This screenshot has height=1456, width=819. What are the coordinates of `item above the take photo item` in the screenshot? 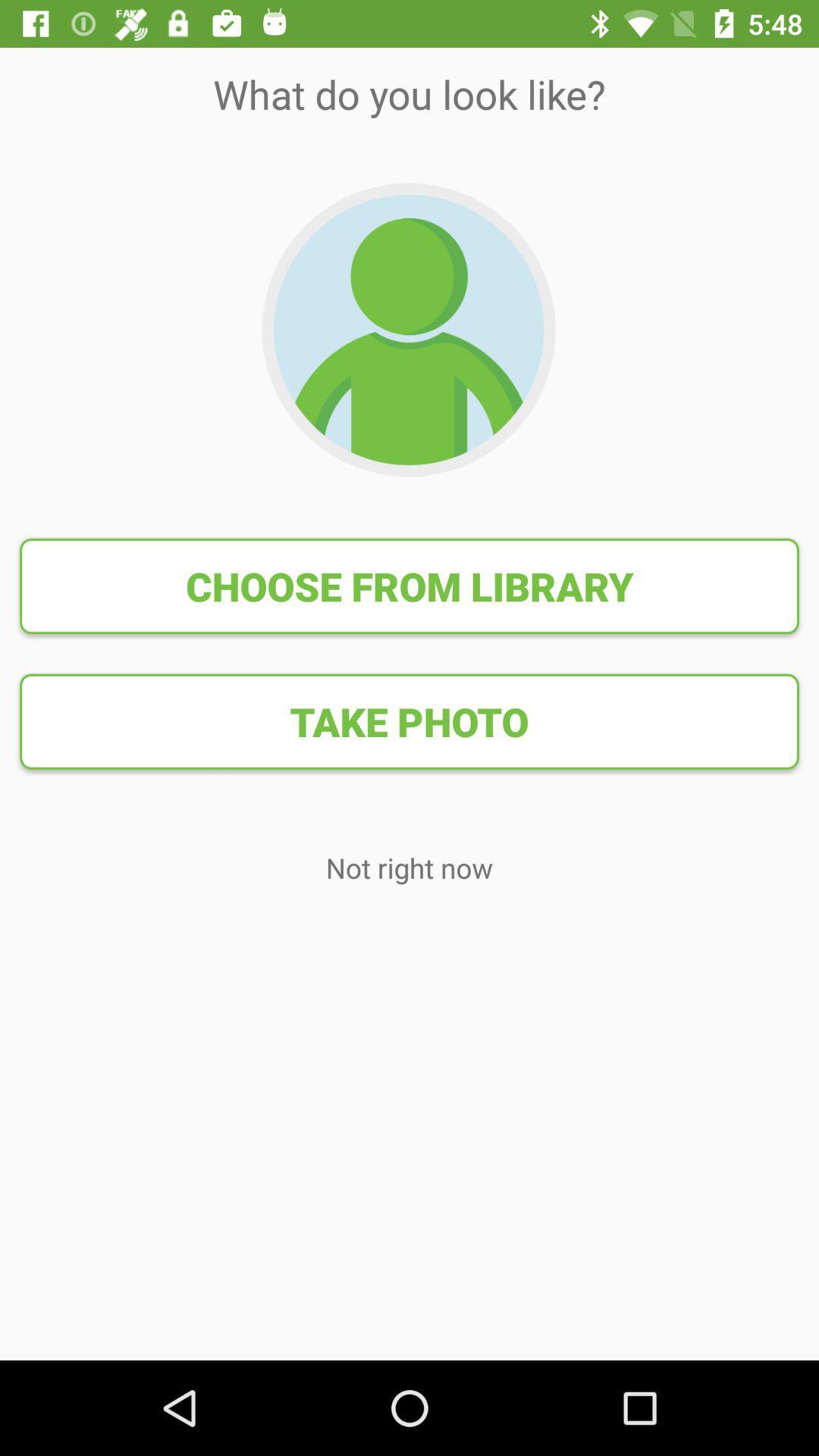 It's located at (409, 585).